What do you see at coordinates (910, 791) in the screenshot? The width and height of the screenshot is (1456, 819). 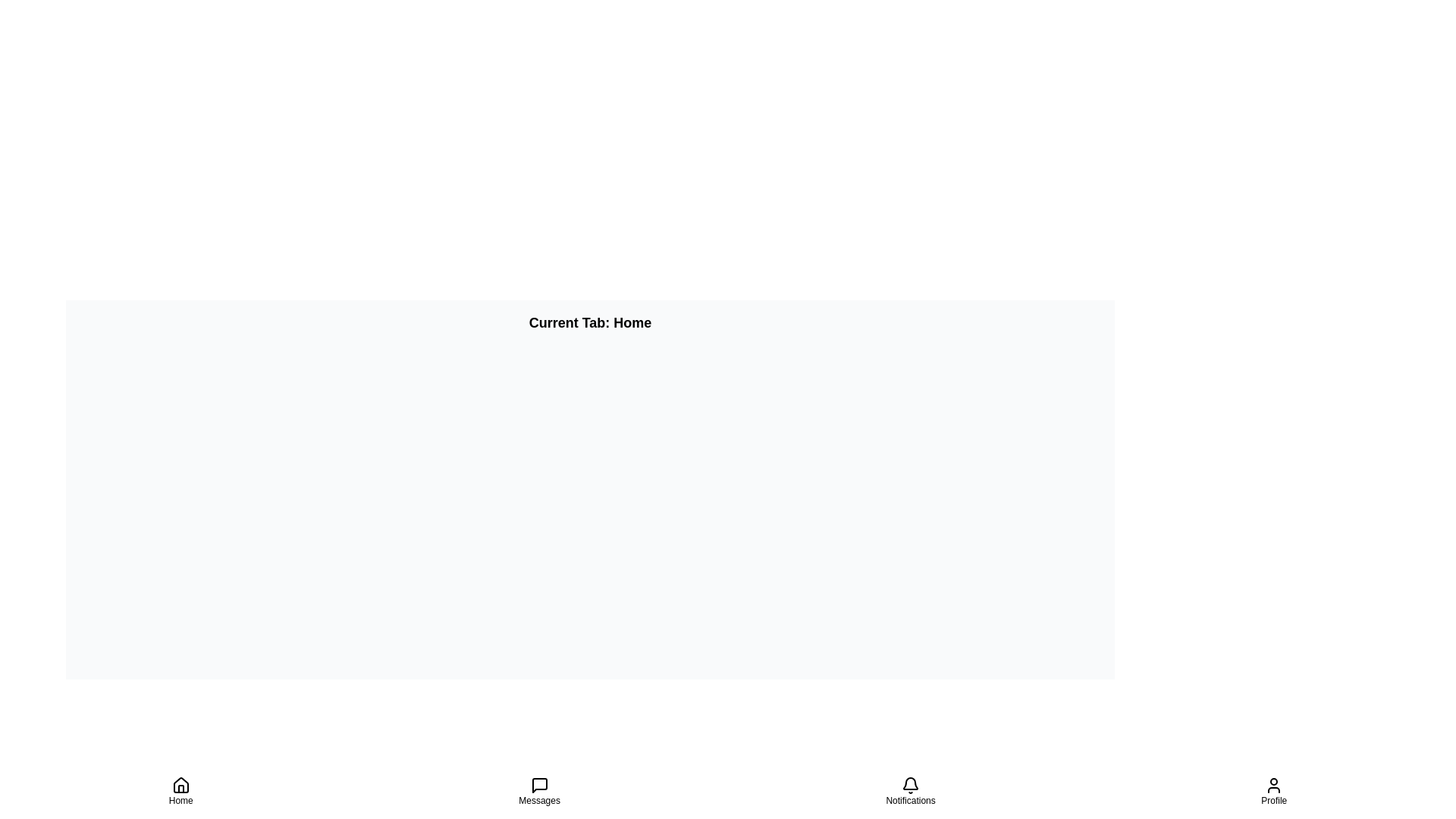 I see `the 'Notifications' button located in the bottom navigation bar` at bounding box center [910, 791].